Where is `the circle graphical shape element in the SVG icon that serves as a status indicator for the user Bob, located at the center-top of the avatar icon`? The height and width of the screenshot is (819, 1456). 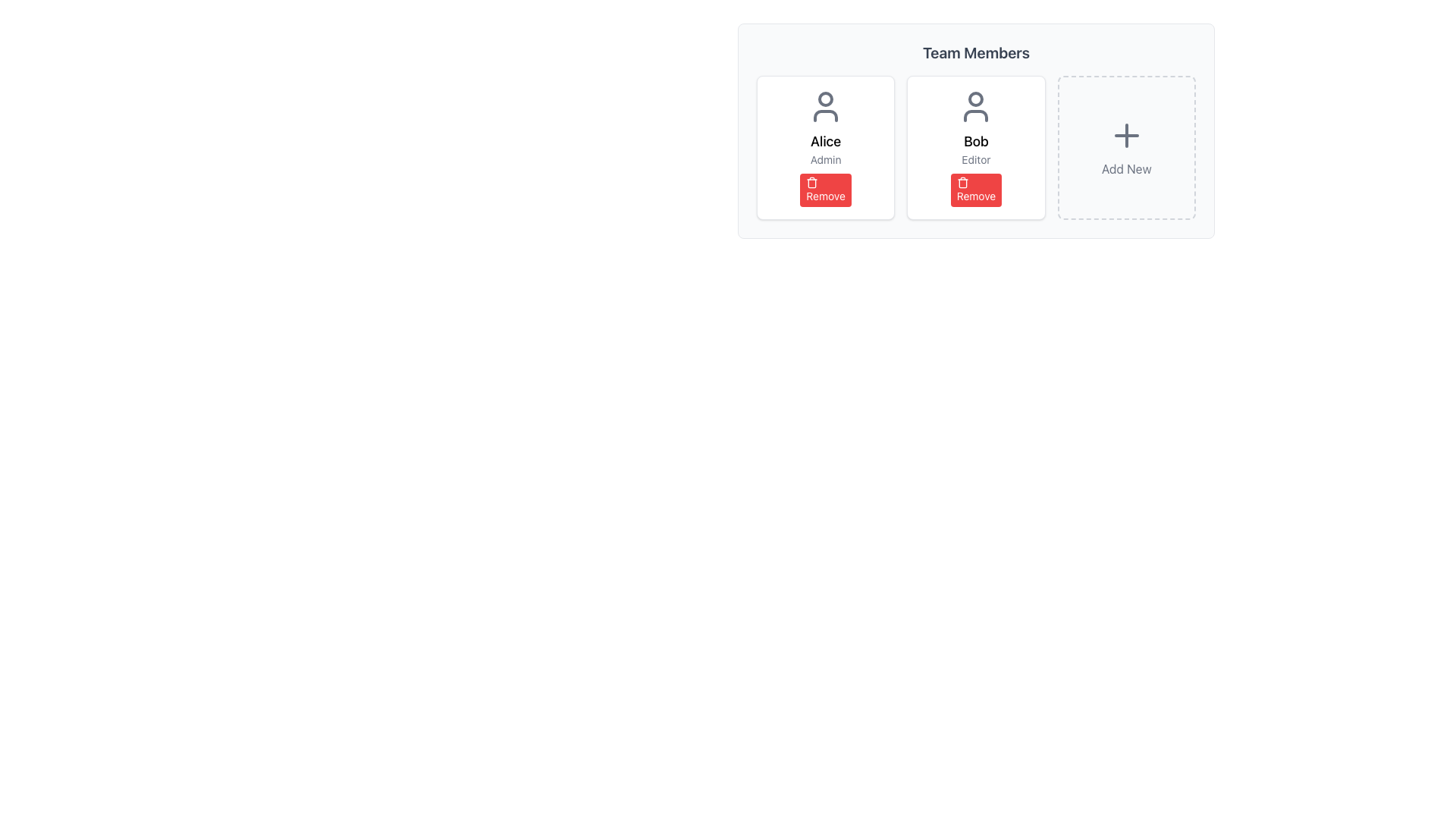 the circle graphical shape element in the SVG icon that serves as a status indicator for the user Bob, located at the center-top of the avatar icon is located at coordinates (976, 99).